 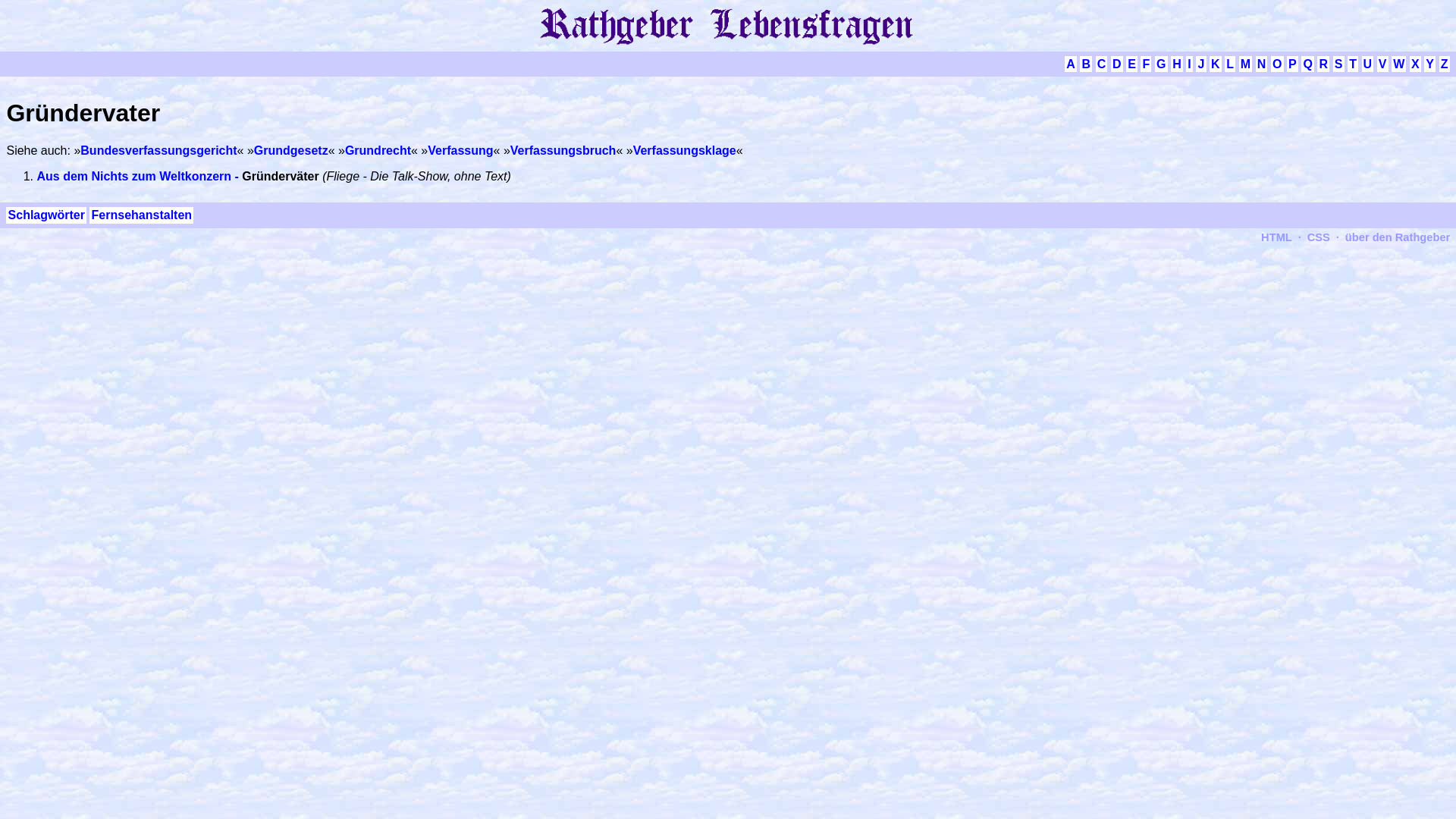 I want to click on 'G', so click(x=1160, y=63).